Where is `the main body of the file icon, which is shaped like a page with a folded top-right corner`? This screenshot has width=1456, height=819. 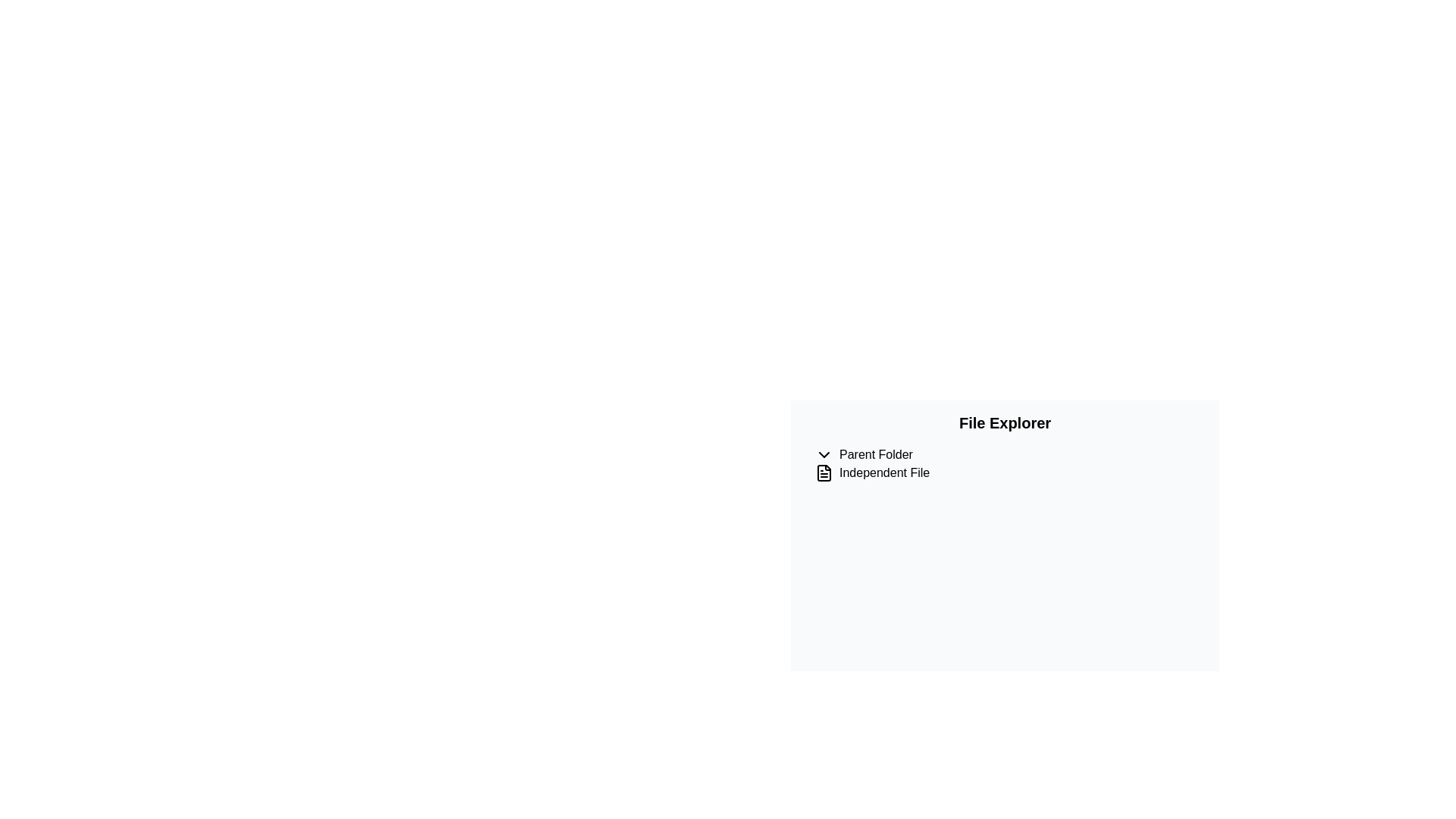 the main body of the file icon, which is shaped like a page with a folded top-right corner is located at coordinates (823, 472).